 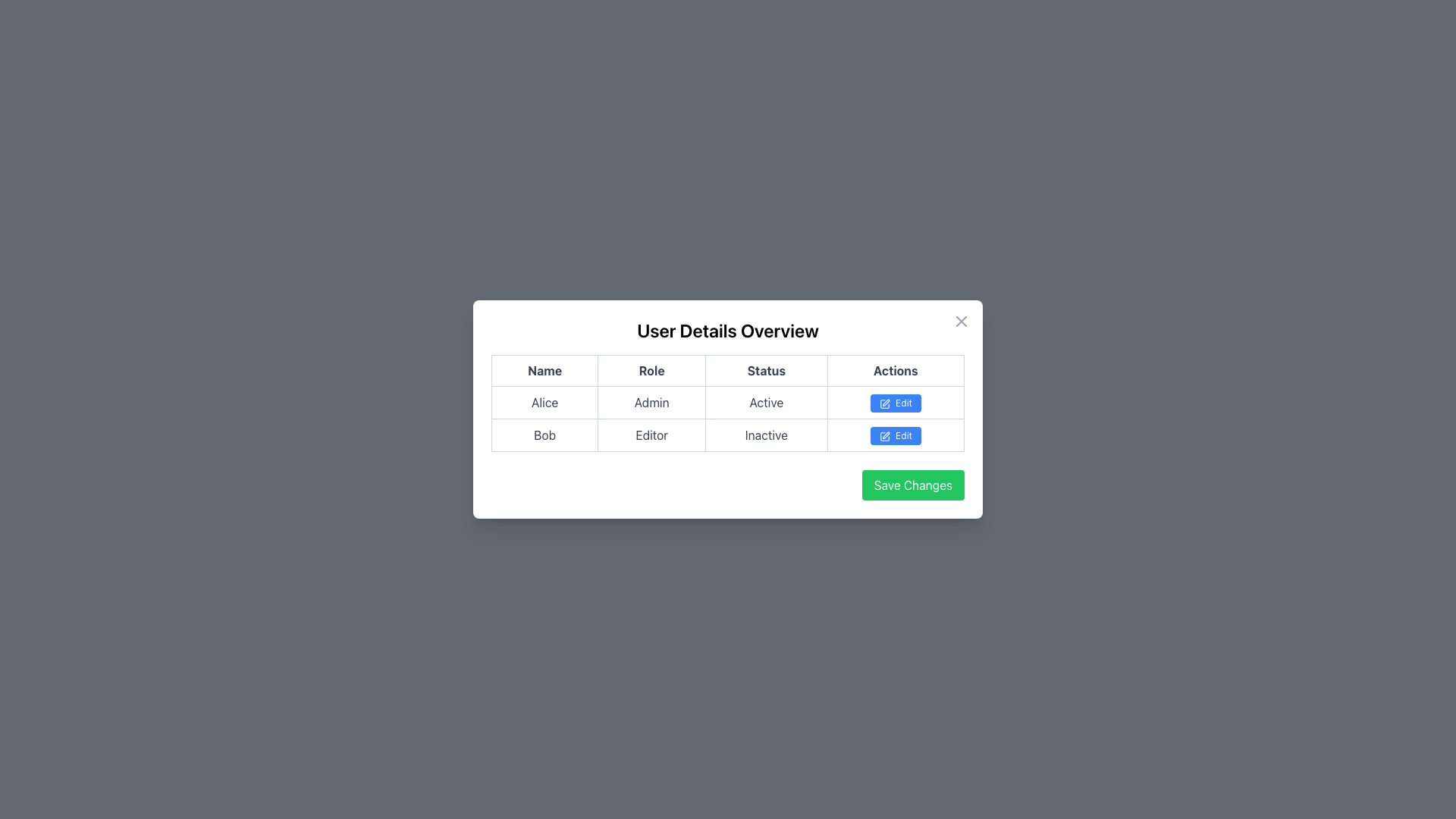 What do you see at coordinates (544, 435) in the screenshot?
I see `the text field displaying the name 'Bob' in the 'User Details Overview' table, which is located in the second row, first column of the grid layout` at bounding box center [544, 435].